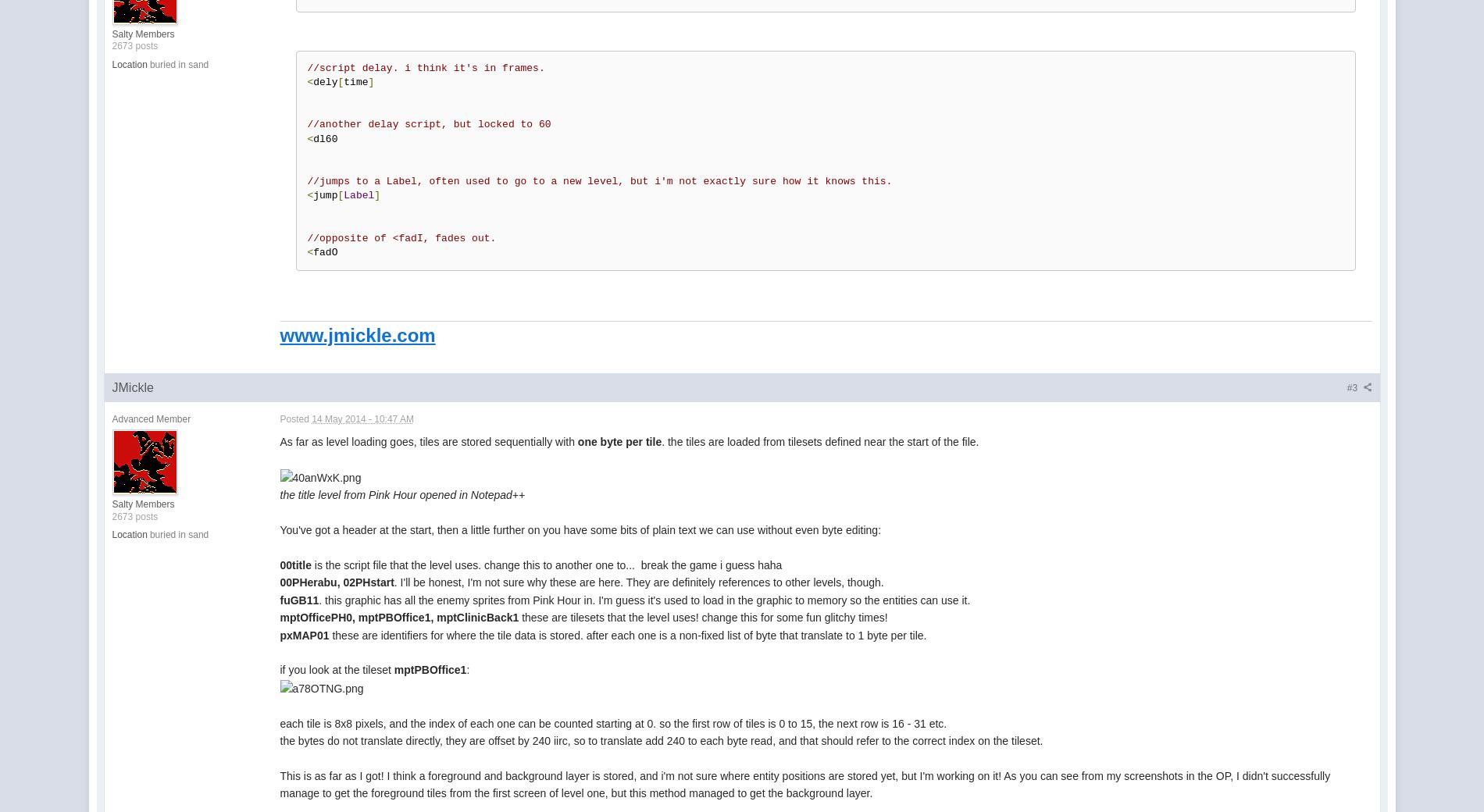 The width and height of the screenshot is (1484, 812). What do you see at coordinates (356, 335) in the screenshot?
I see `'www.jmickle.com'` at bounding box center [356, 335].